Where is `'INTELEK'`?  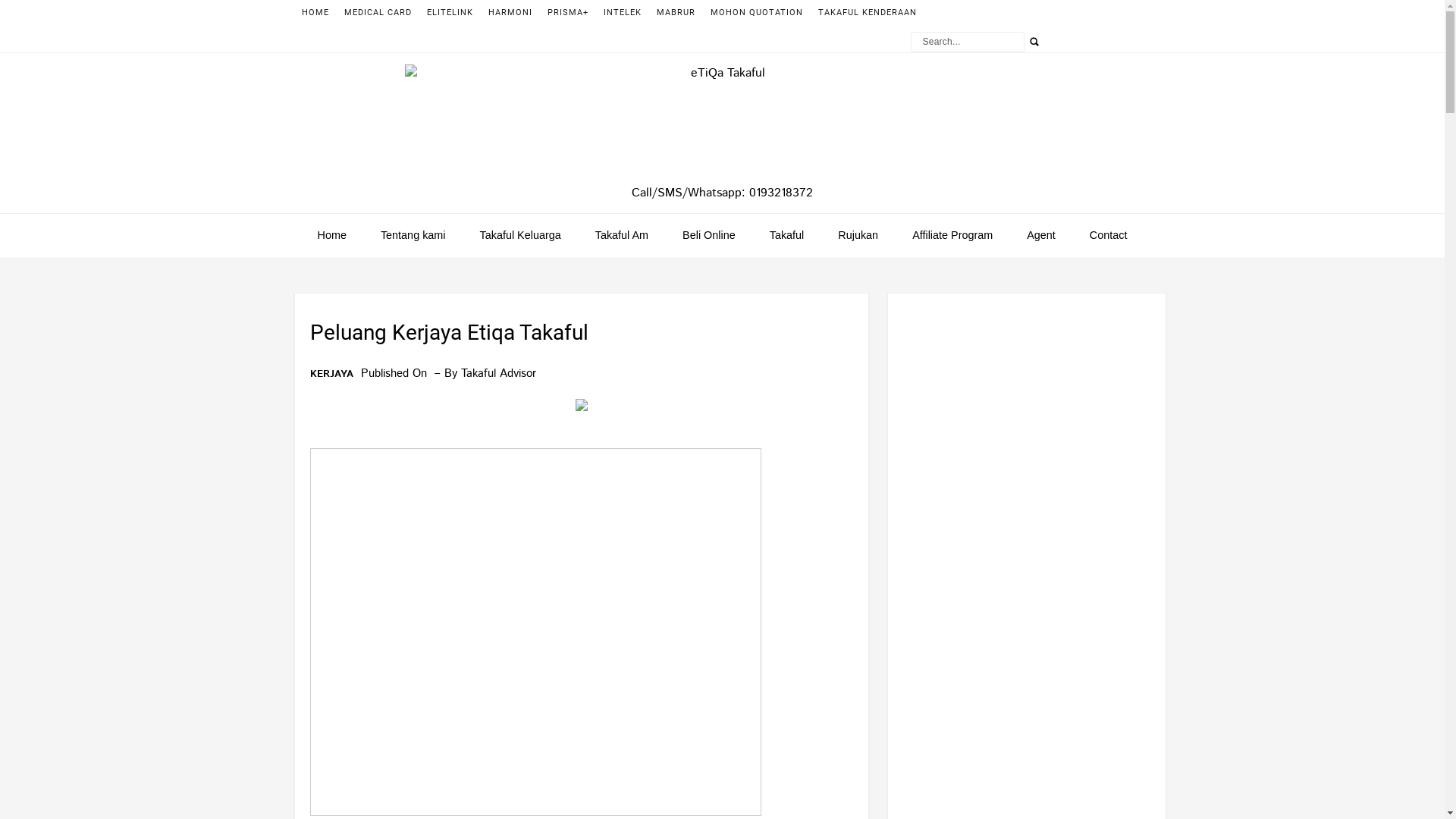 'INTELEK' is located at coordinates (622, 12).